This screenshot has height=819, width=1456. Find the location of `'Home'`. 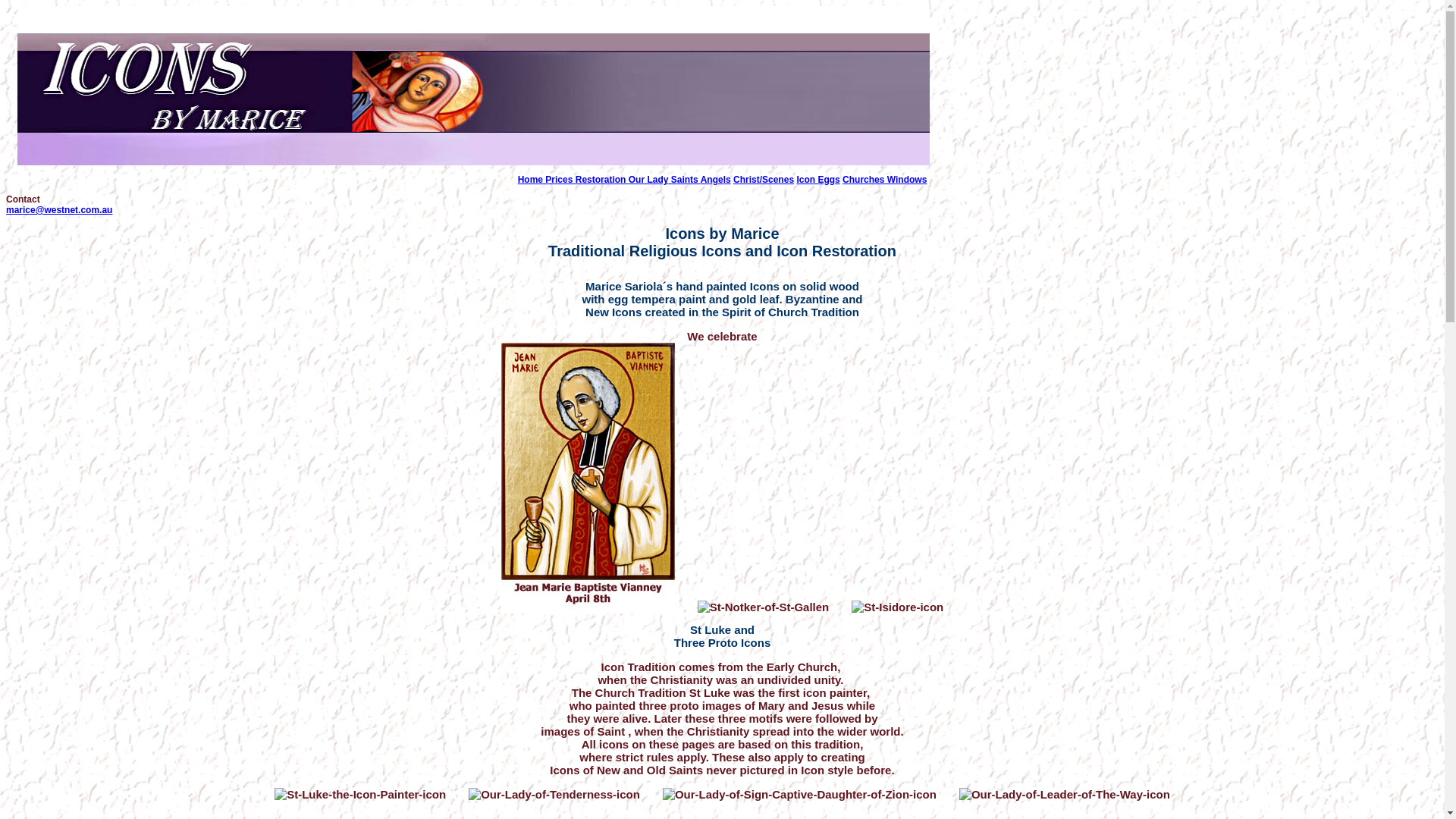

'Home' is located at coordinates (517, 178).